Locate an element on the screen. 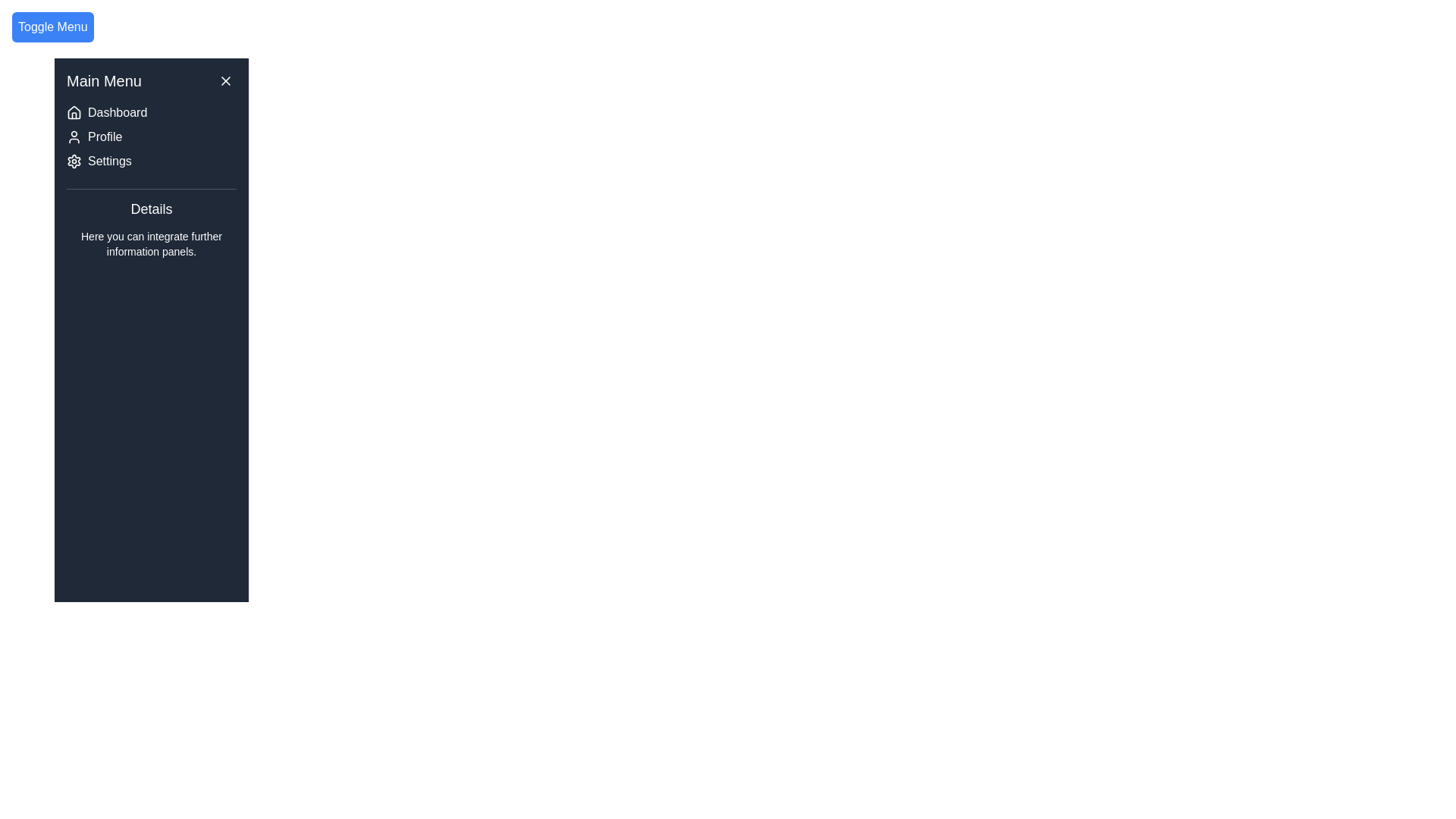 This screenshot has width=1456, height=819. the close button icon located at the top-right corner of the main menu panel is located at coordinates (224, 81).